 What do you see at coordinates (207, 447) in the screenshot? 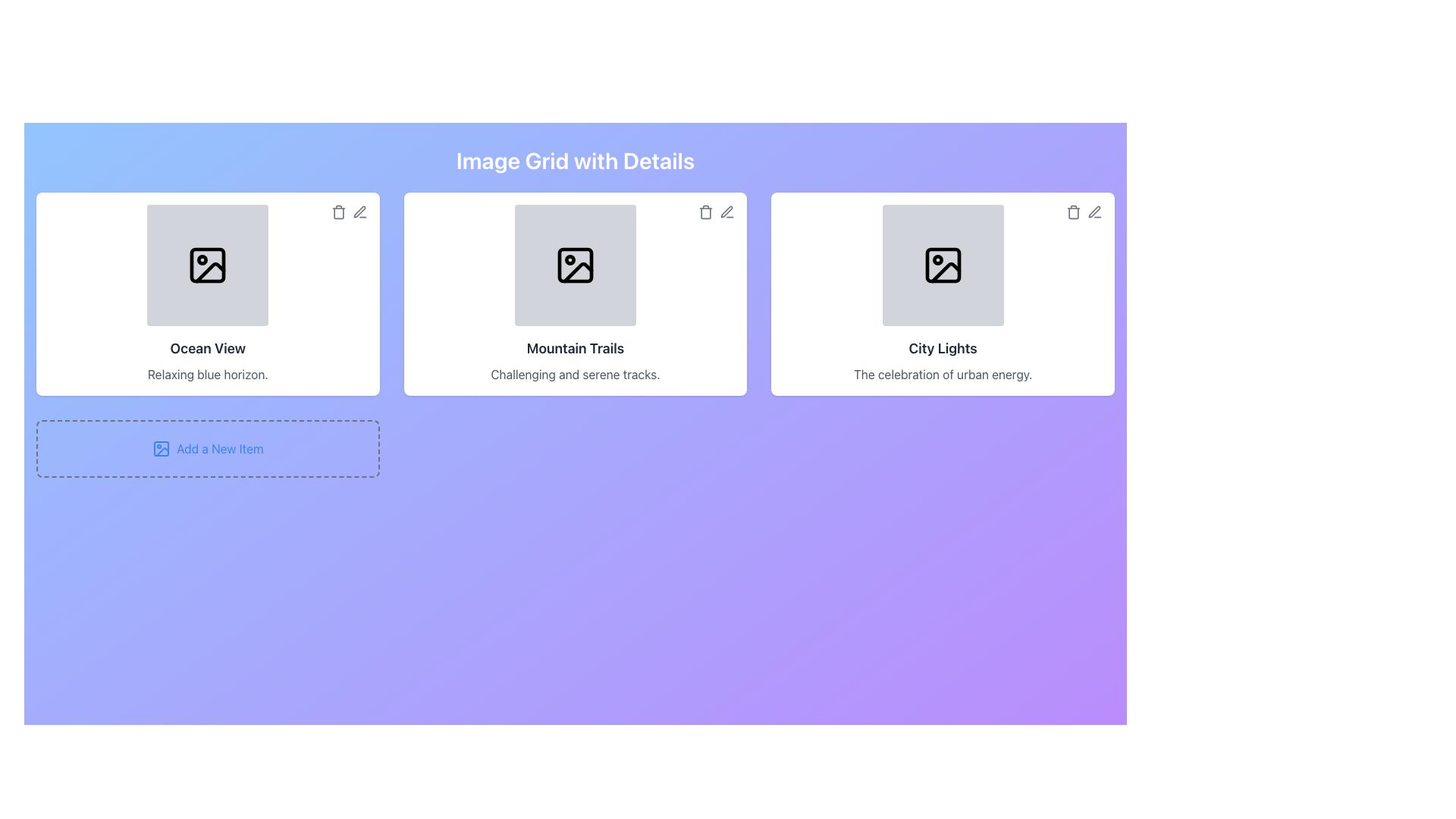
I see `the interactive button labeled 'Add a New Item' with an icon on the left to trigger the hover color change effect` at bounding box center [207, 447].